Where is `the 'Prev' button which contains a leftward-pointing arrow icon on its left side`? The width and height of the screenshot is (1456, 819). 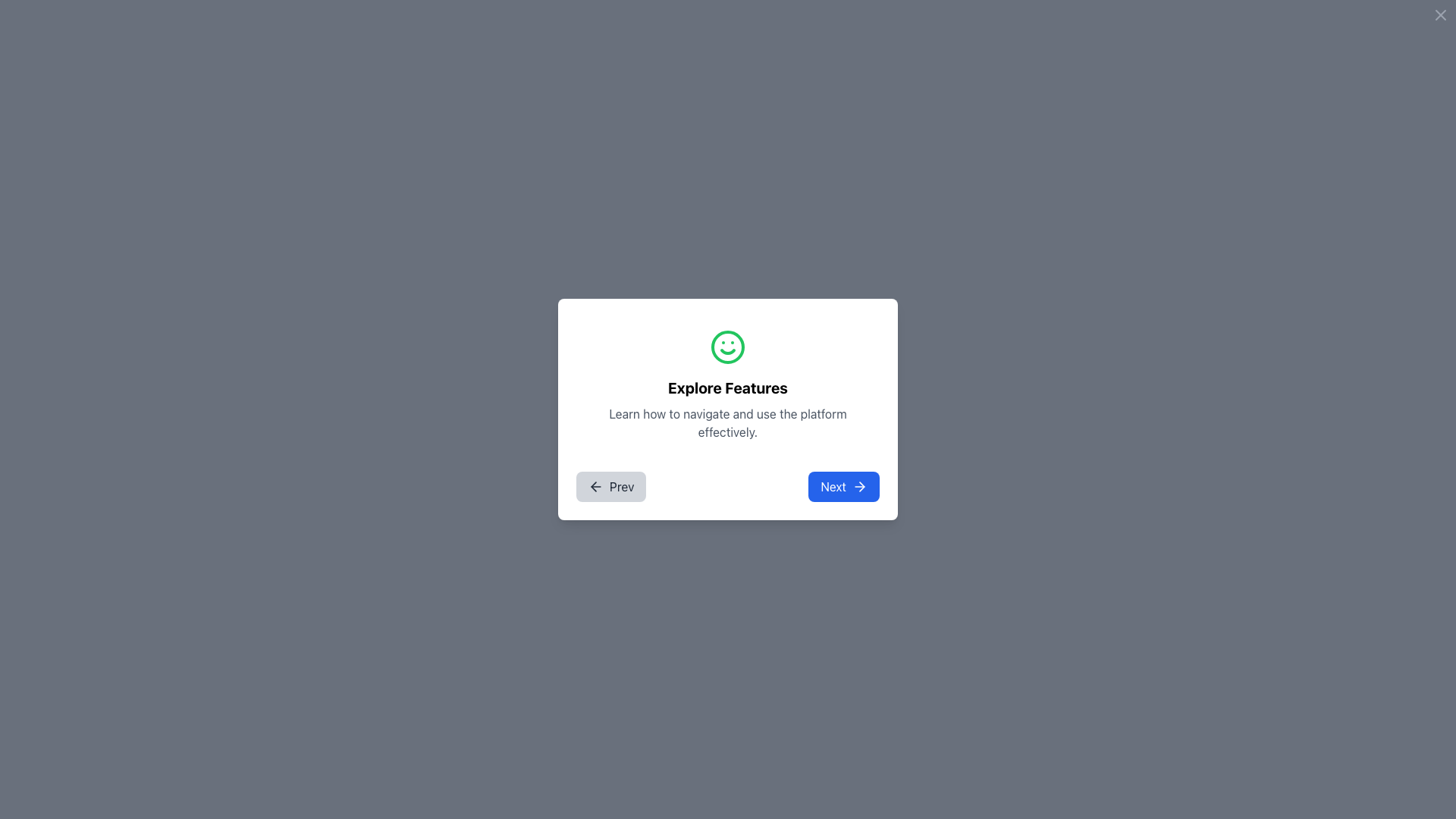
the 'Prev' button which contains a leftward-pointing arrow icon on its left side is located at coordinates (595, 486).